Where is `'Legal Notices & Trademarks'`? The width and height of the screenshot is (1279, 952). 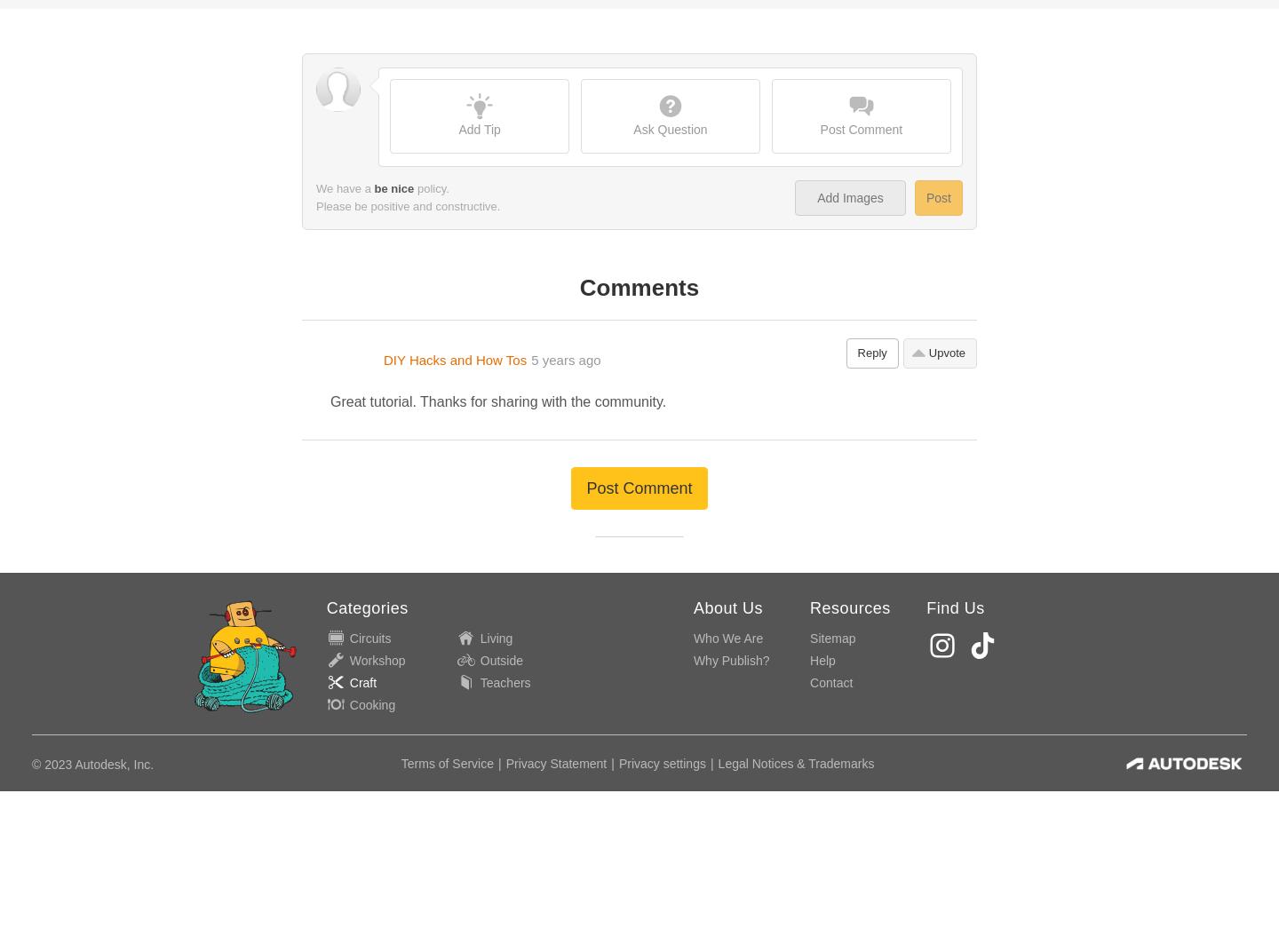
'Legal Notices & Trademarks' is located at coordinates (794, 353).